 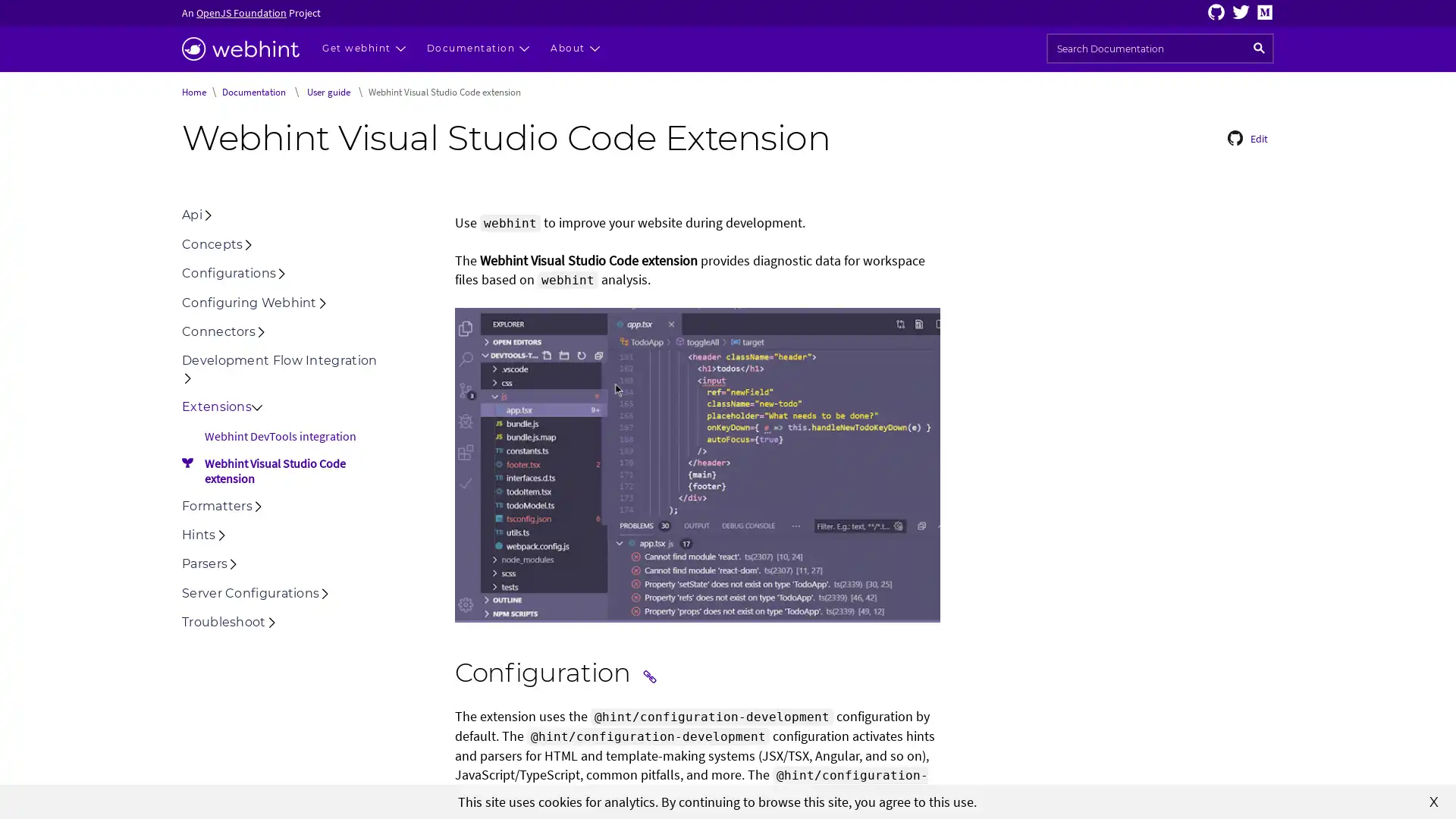 What do you see at coordinates (1433, 800) in the screenshot?
I see `close` at bounding box center [1433, 800].